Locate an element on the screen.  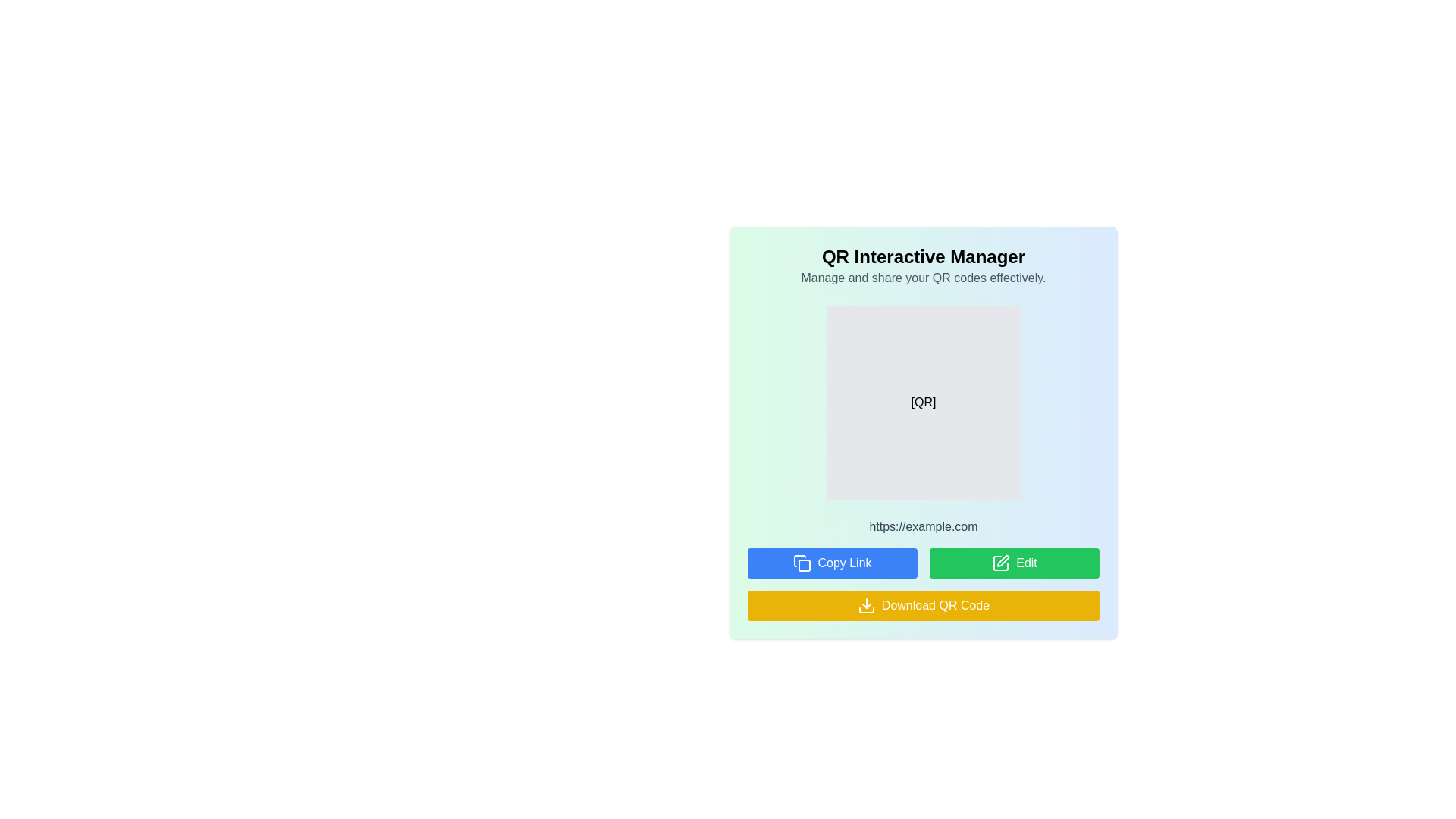
the button located at the bottom row of a three-button layout is located at coordinates (923, 604).